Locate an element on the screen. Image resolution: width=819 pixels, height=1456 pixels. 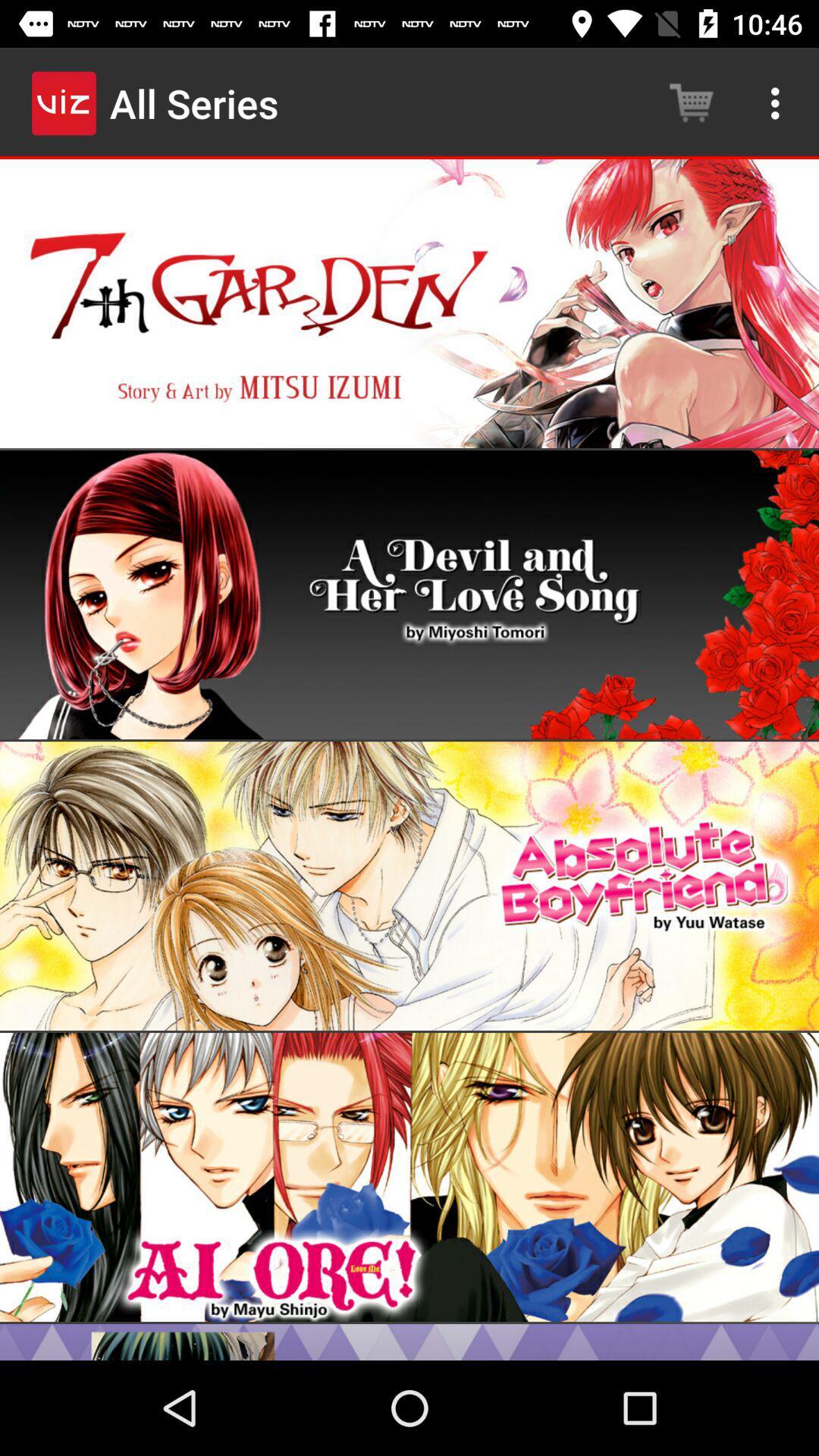
item next to the all series item is located at coordinates (691, 102).